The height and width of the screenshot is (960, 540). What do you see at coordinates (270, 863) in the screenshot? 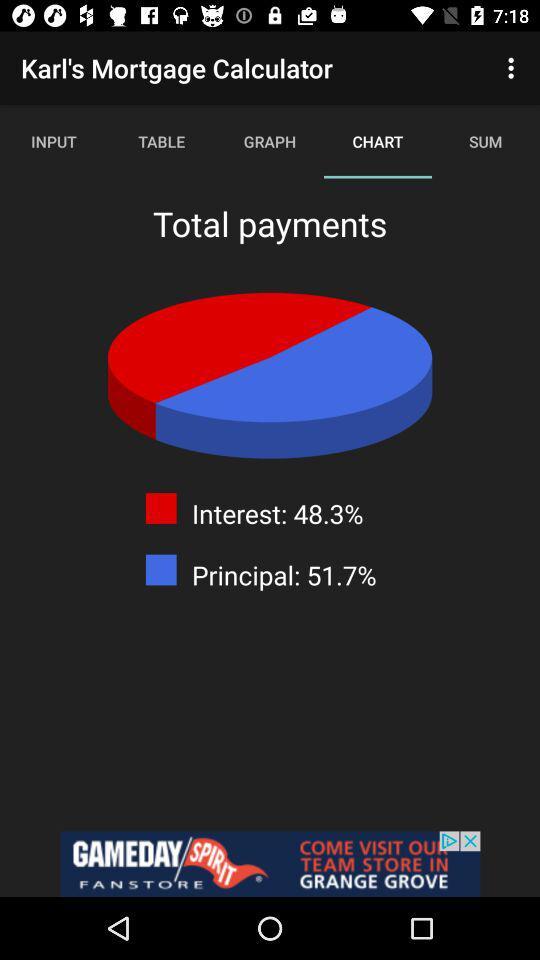
I see `advertisements are displayed` at bounding box center [270, 863].